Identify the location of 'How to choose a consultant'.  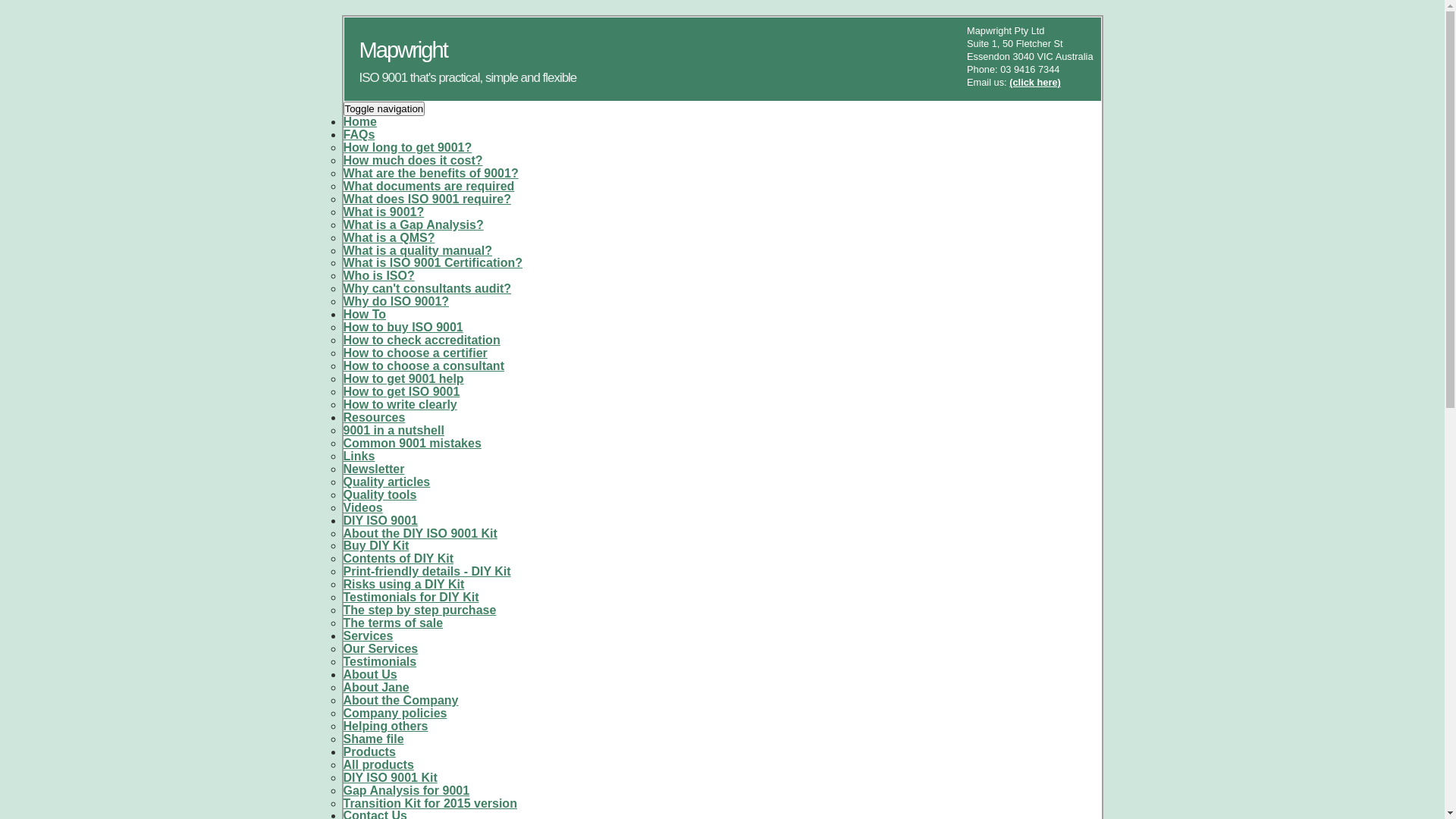
(422, 366).